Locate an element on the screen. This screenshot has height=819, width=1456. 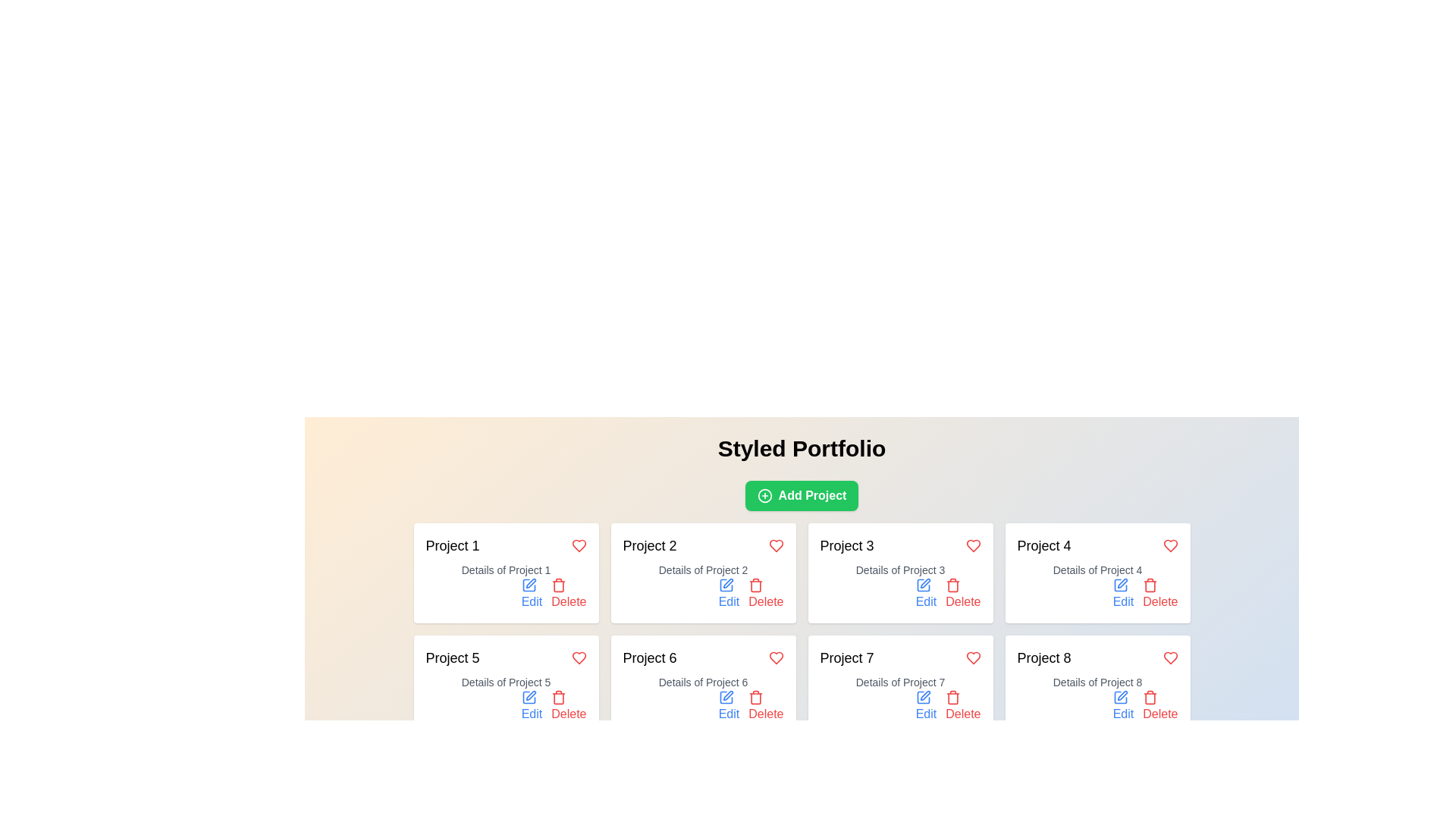
the edit icon (SVG graphic component) located within the 'Edit' button of the third project card in the second row of the card grid under the 'Styled Portfolio' heading to modify the associated project is located at coordinates (922, 584).